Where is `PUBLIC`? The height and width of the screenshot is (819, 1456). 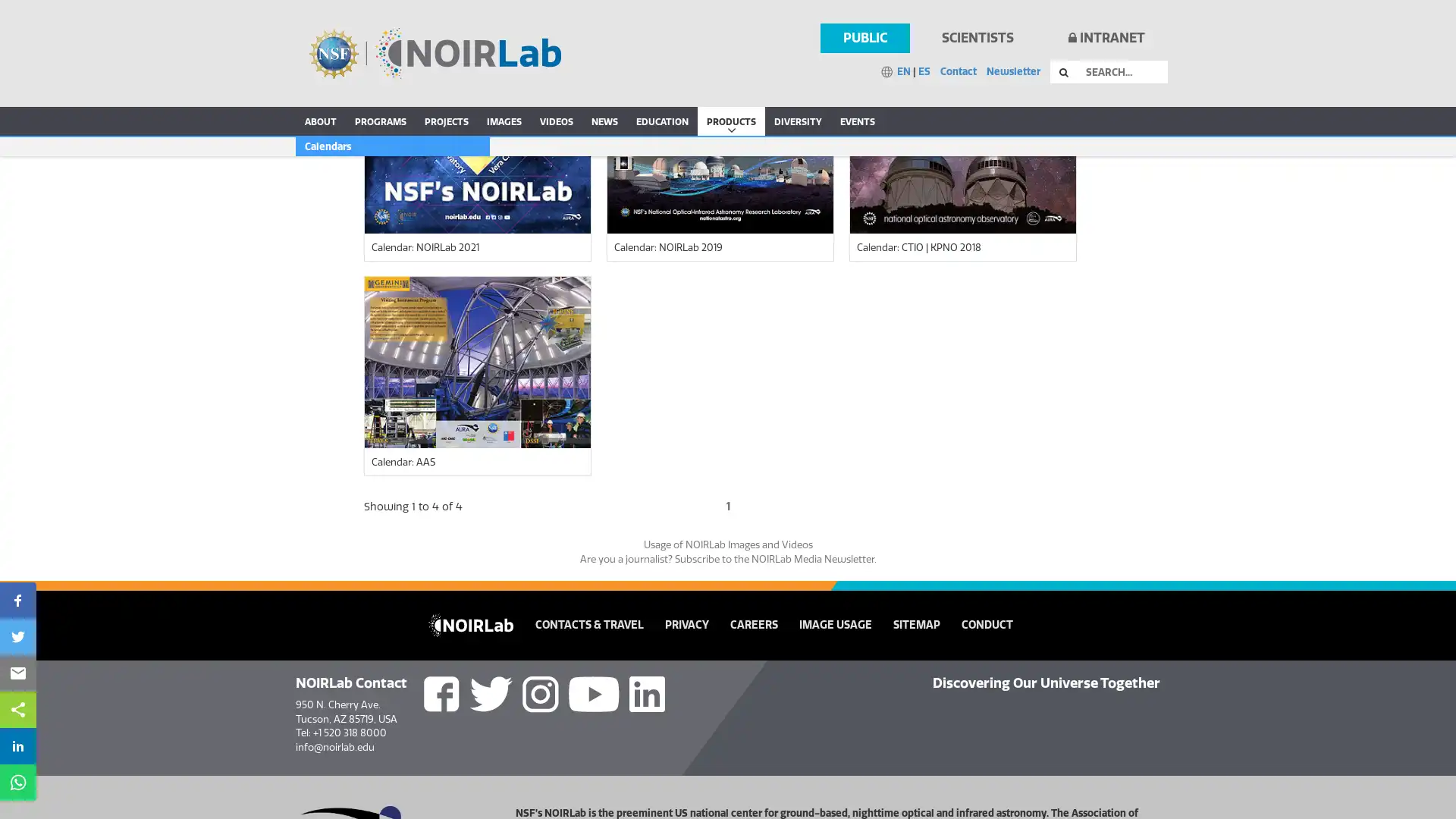 PUBLIC is located at coordinates (864, 37).